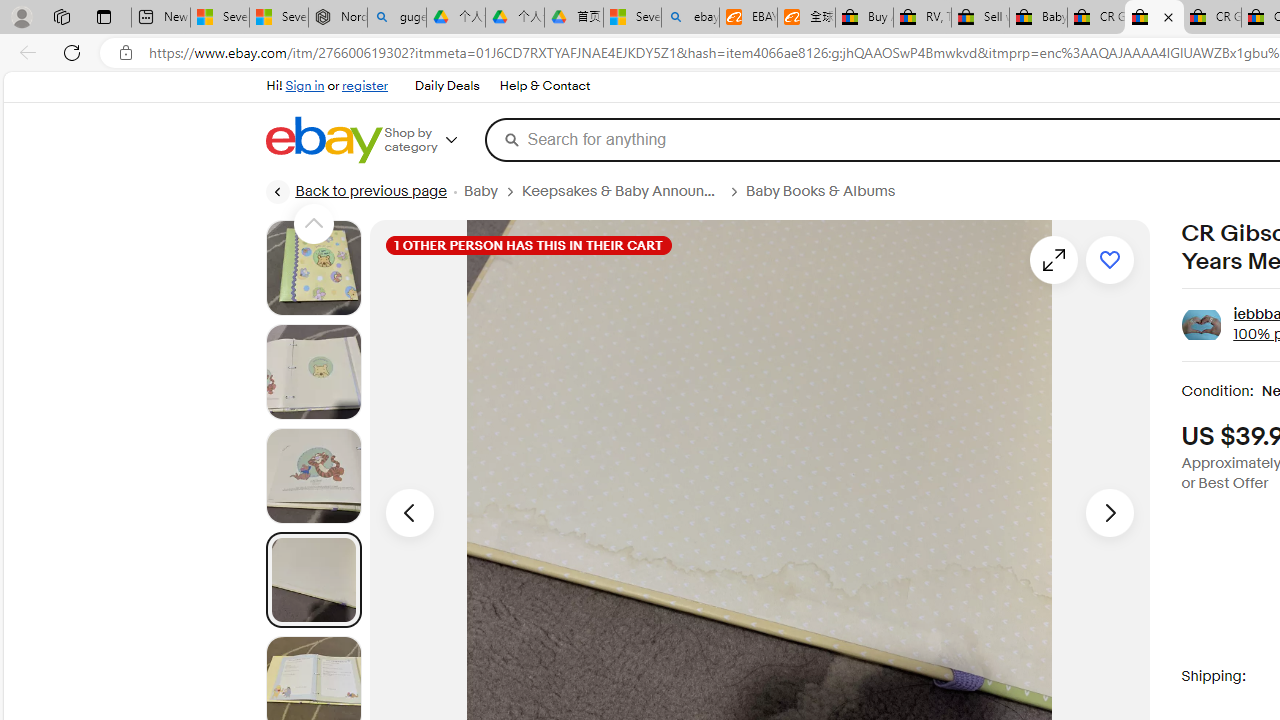 The image size is (1280, 720). Describe the element at coordinates (820, 191) in the screenshot. I see `'Baby Books & Albums'` at that location.